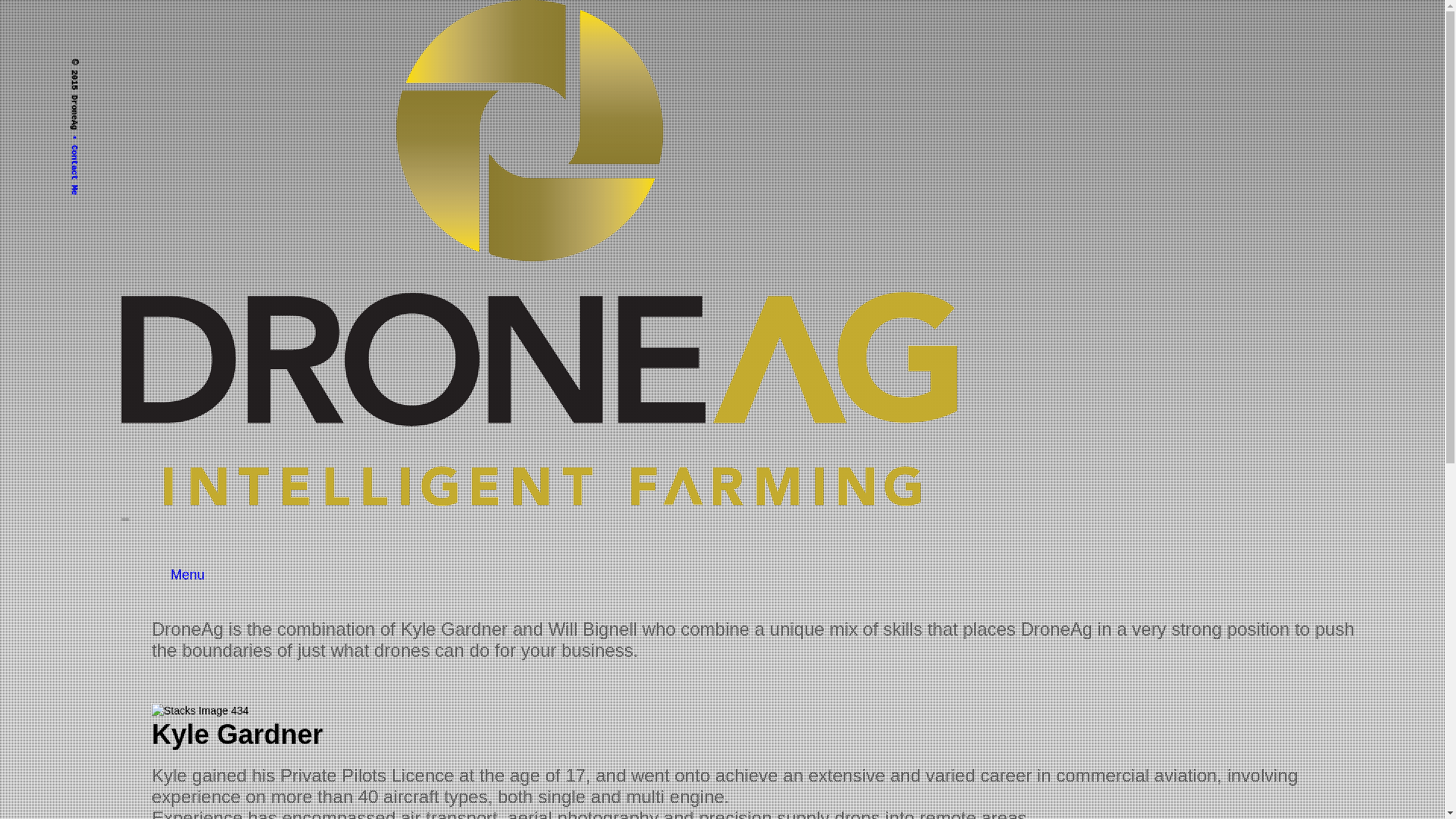  What do you see at coordinates (68, 140) in the screenshot?
I see `'Contact Me'` at bounding box center [68, 140].